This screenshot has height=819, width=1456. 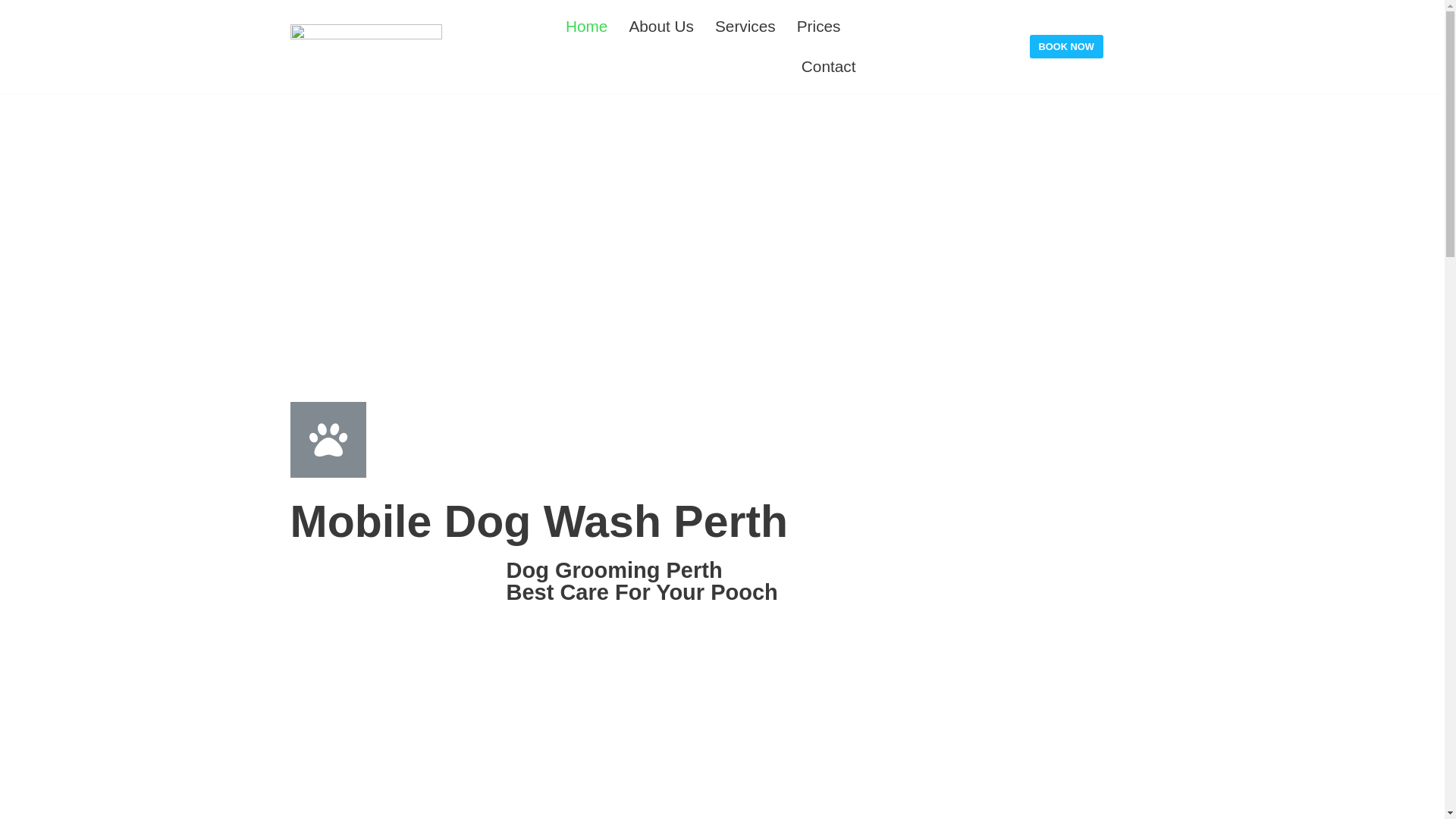 What do you see at coordinates (745, 26) in the screenshot?
I see `'Services'` at bounding box center [745, 26].